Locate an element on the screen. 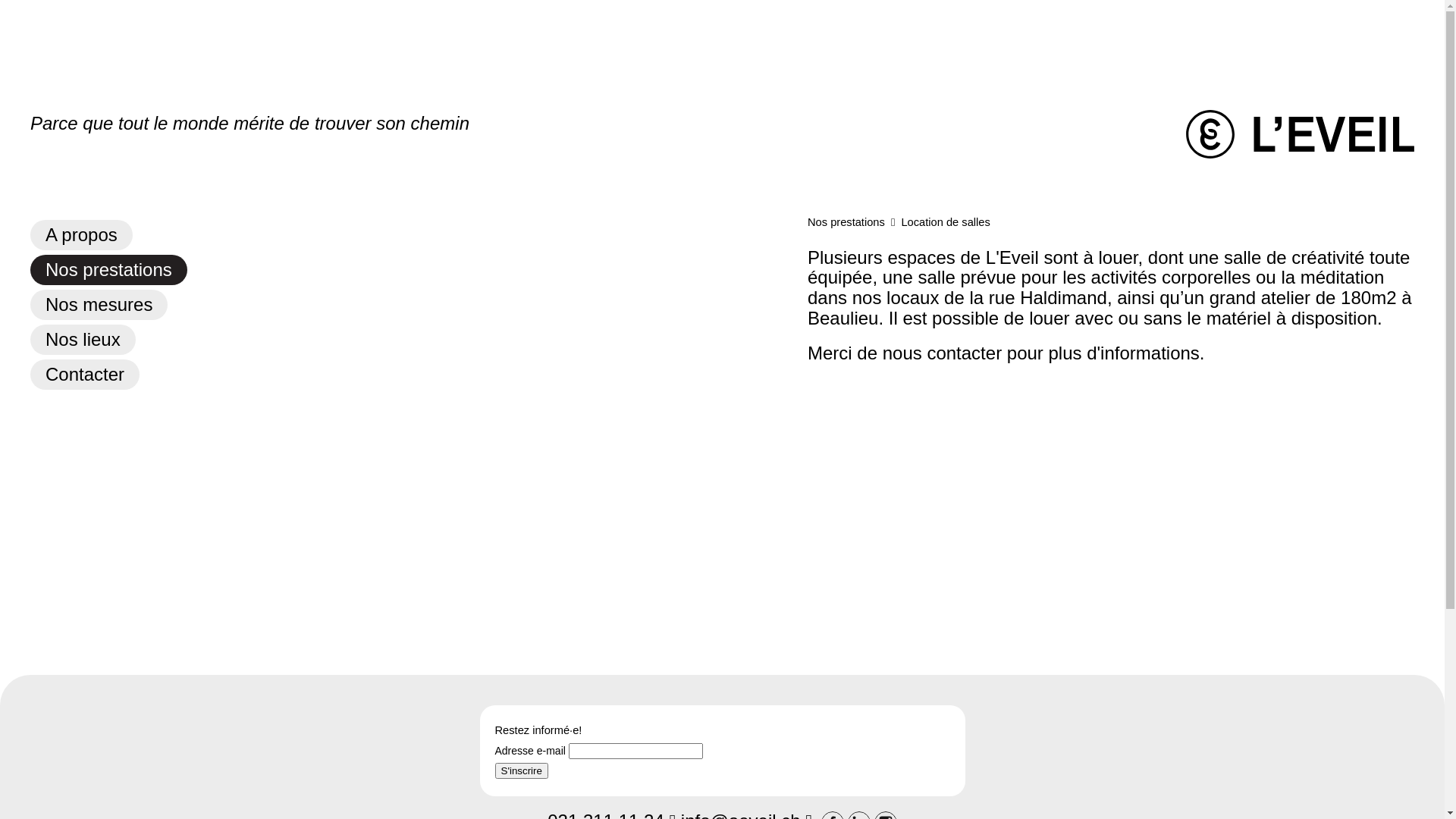 This screenshot has width=1456, height=819. 'S'inscrire' is located at coordinates (520, 770).